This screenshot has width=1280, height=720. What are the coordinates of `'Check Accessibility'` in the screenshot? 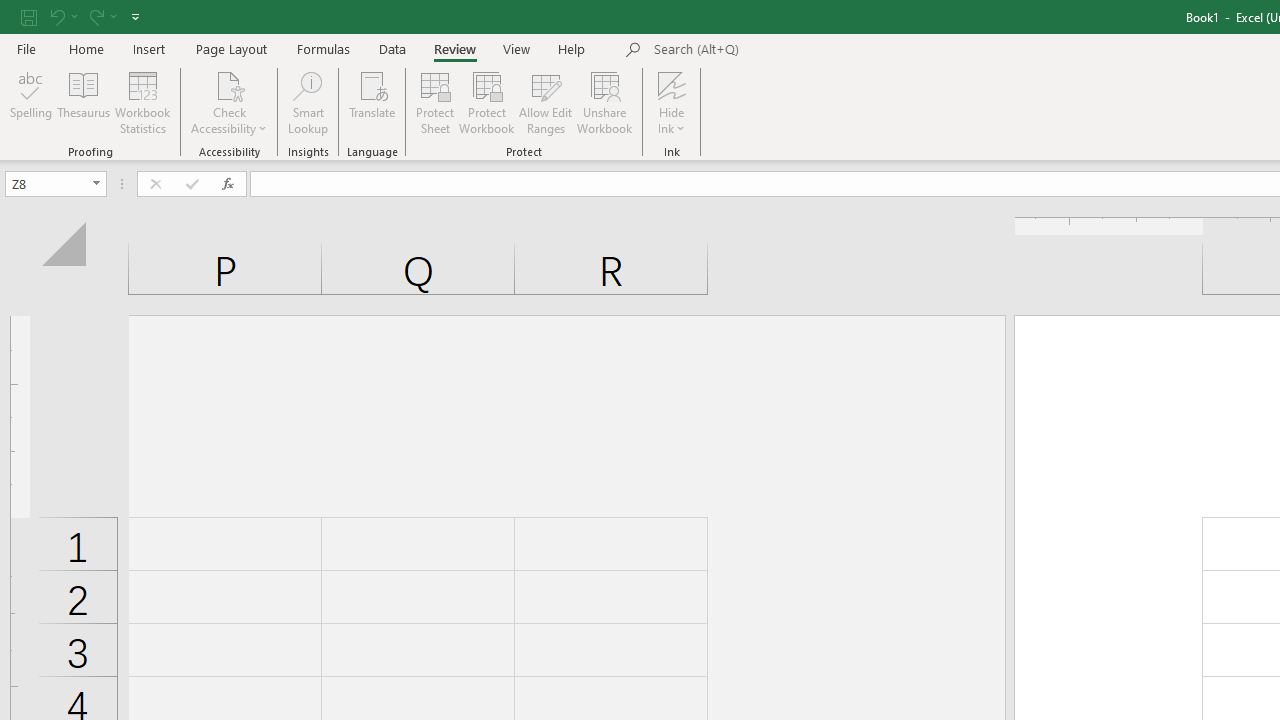 It's located at (229, 84).